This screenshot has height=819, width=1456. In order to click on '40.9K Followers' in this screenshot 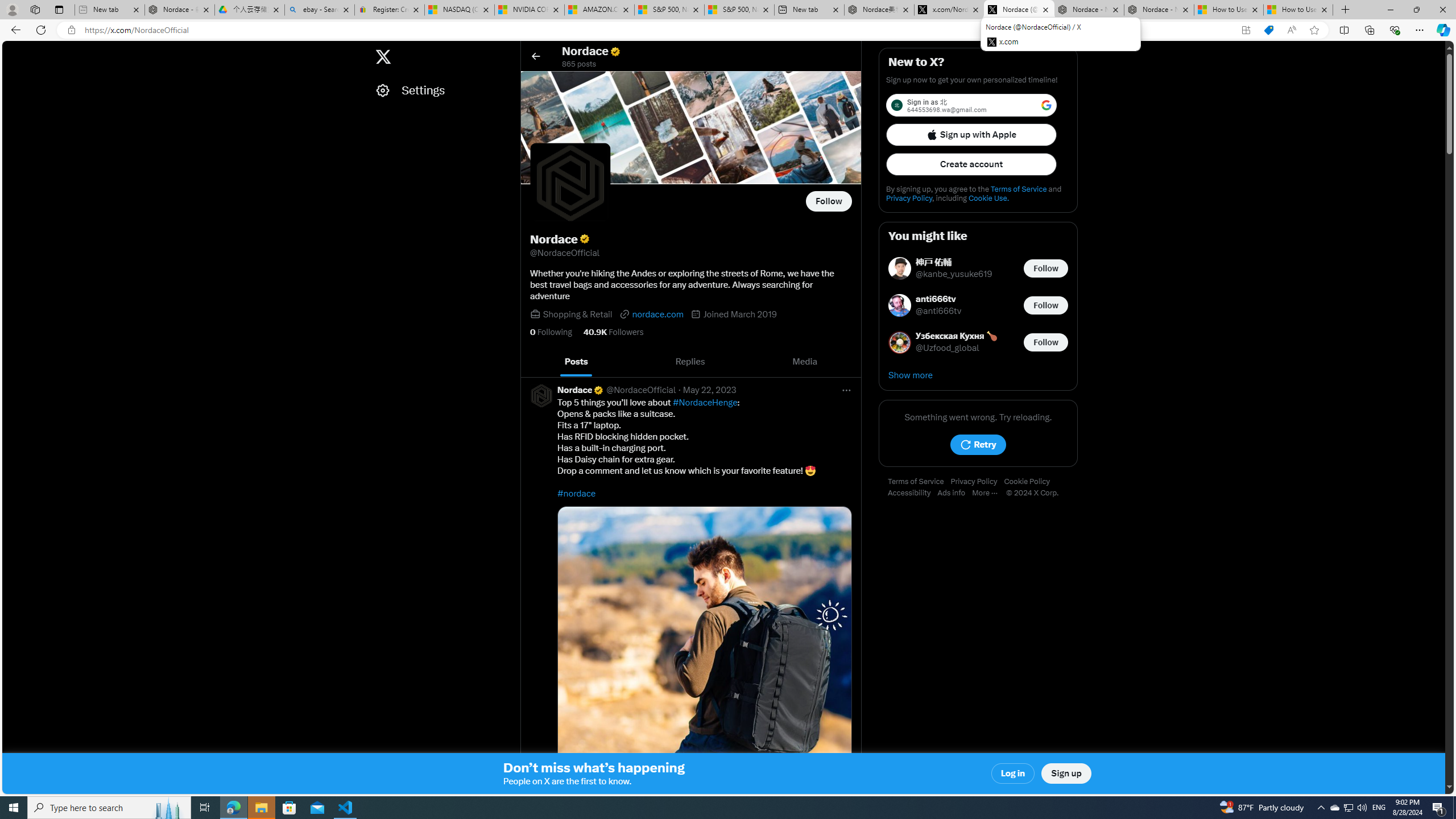, I will do `click(612, 331)`.